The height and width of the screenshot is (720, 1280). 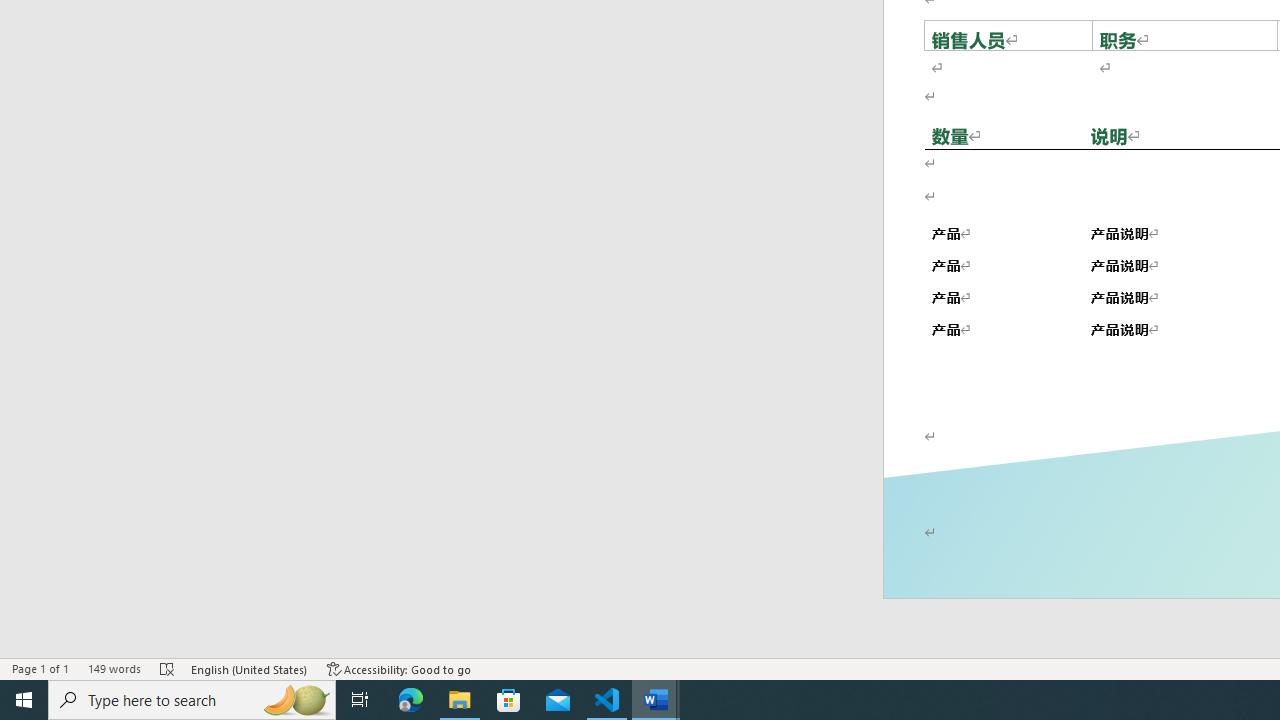 What do you see at coordinates (249, 669) in the screenshot?
I see `'Language English (United States)'` at bounding box center [249, 669].